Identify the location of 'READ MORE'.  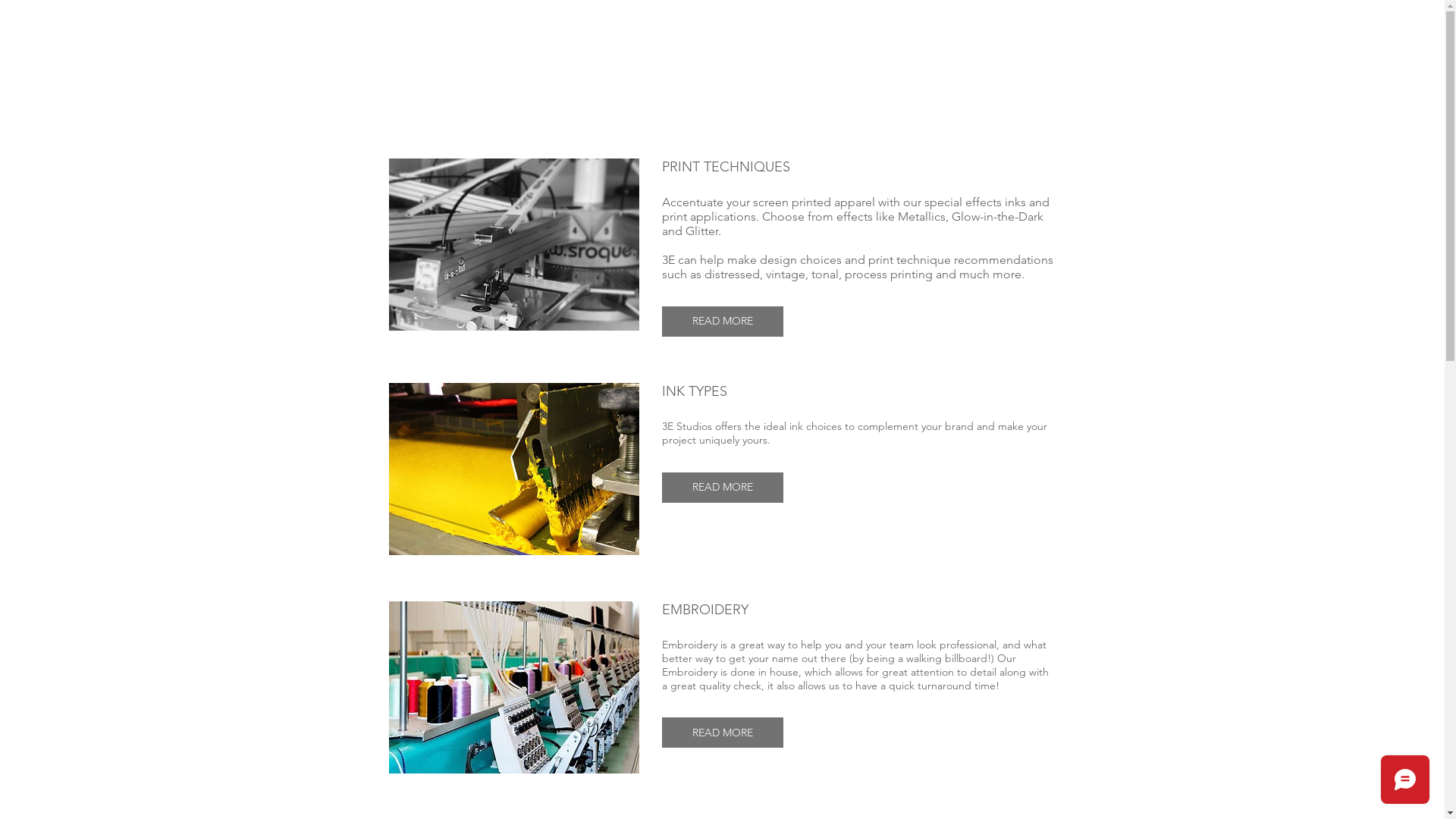
(720, 488).